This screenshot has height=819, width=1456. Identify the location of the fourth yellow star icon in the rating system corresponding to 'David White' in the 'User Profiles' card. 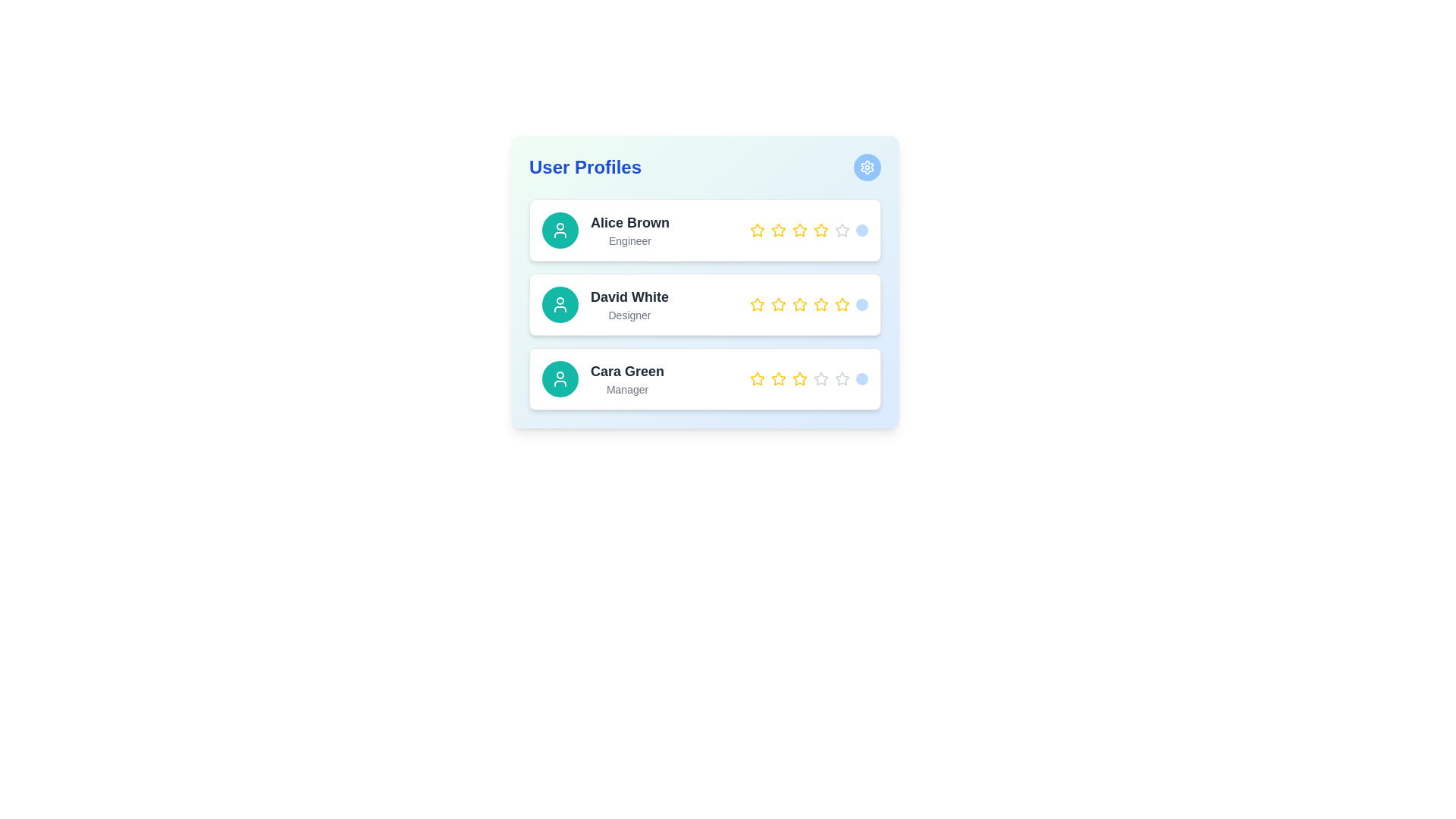
(799, 304).